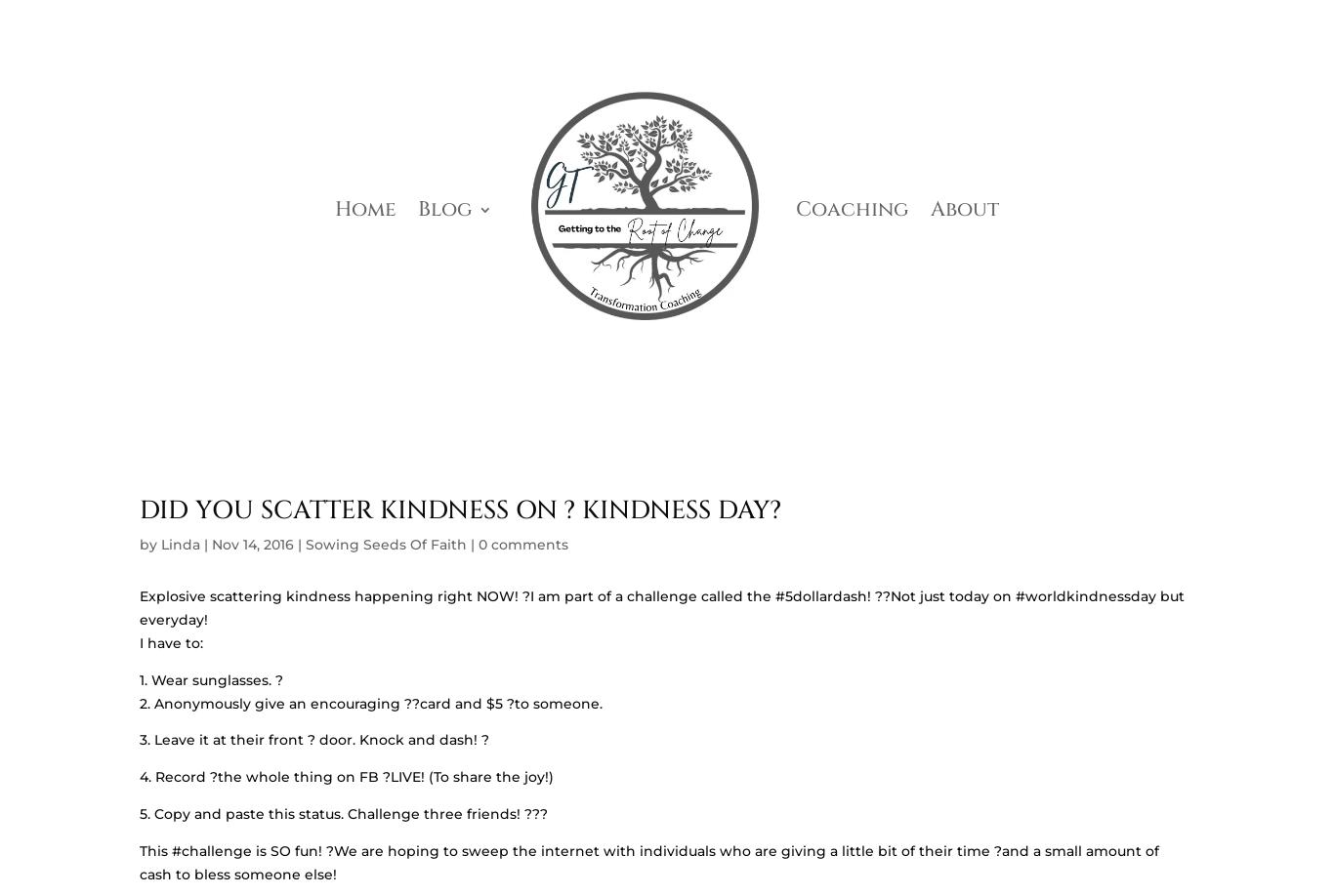 The width and height of the screenshot is (1334, 896). Describe the element at coordinates (516, 542) in the screenshot. I see `'What Season Are You In?'` at that location.